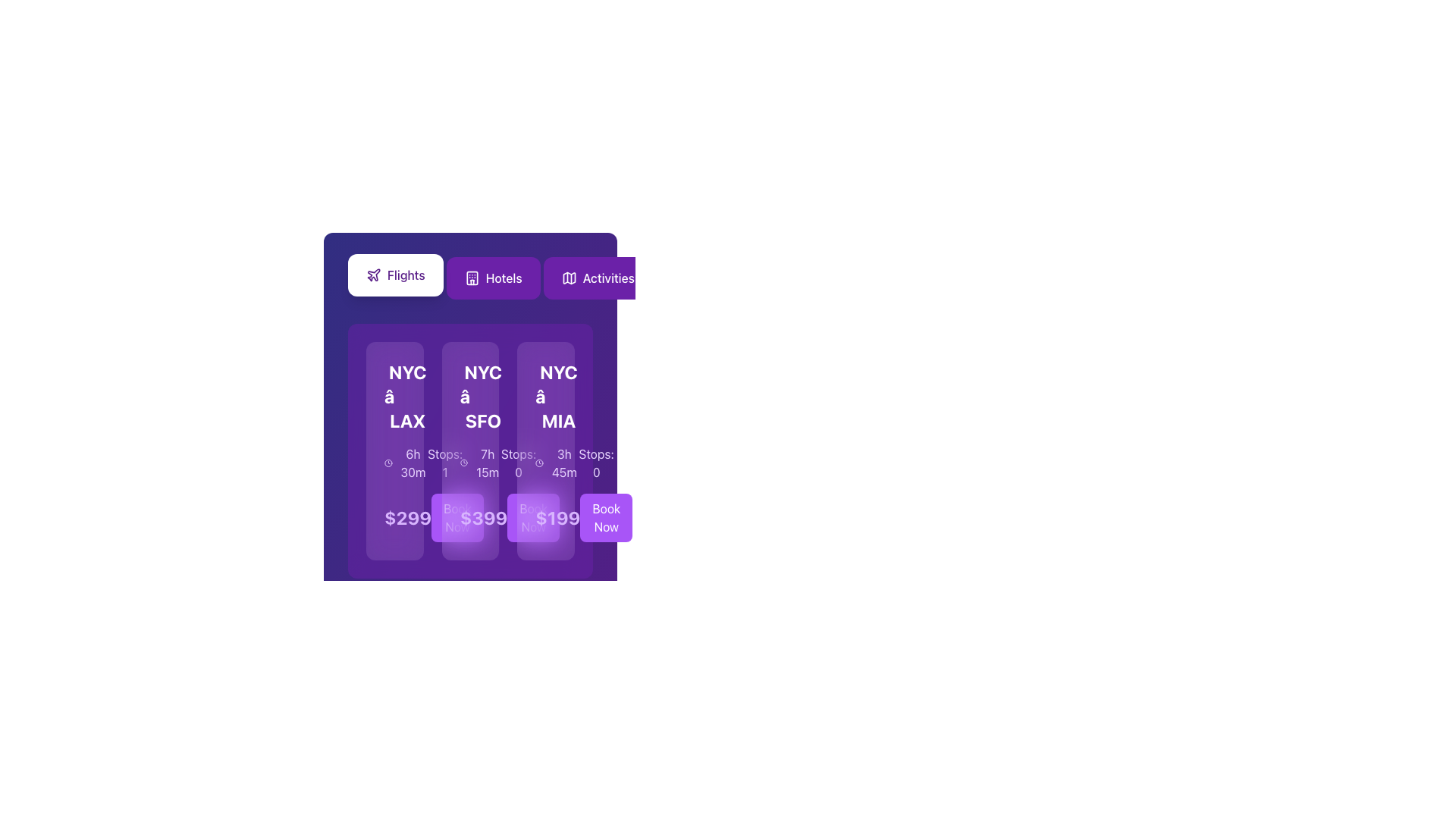  Describe the element at coordinates (469, 278) in the screenshot. I see `the 'Hotels' button, which is a compact button with white text on a purple background, located between the 'Flights' and 'Activities' buttons` at that location.